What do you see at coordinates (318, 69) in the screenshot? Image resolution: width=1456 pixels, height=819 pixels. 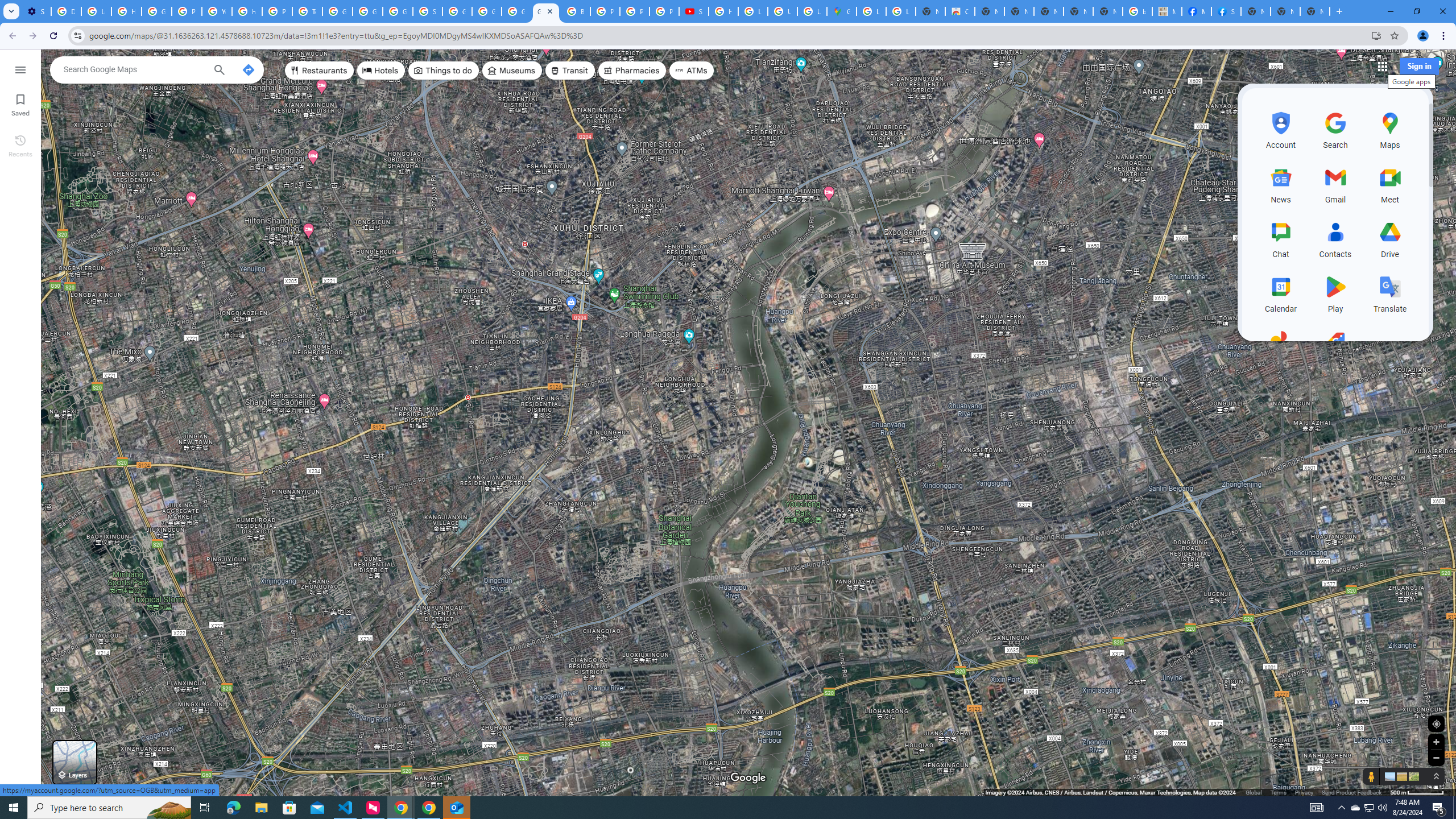 I see `'Restaurants'` at bounding box center [318, 69].